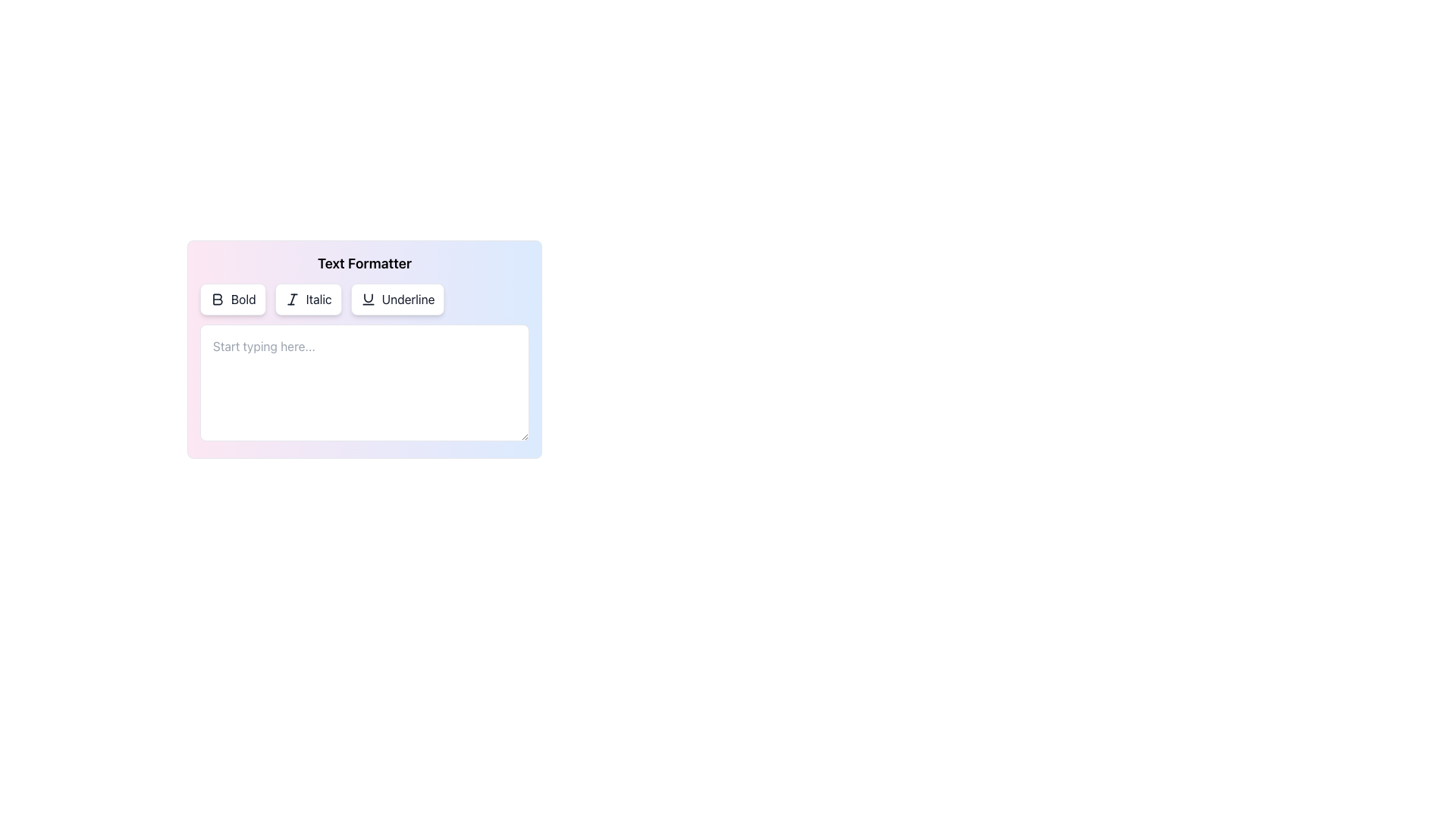  Describe the element at coordinates (292, 299) in the screenshot. I see `the Italic text formatting icon located in the toolbar` at that location.